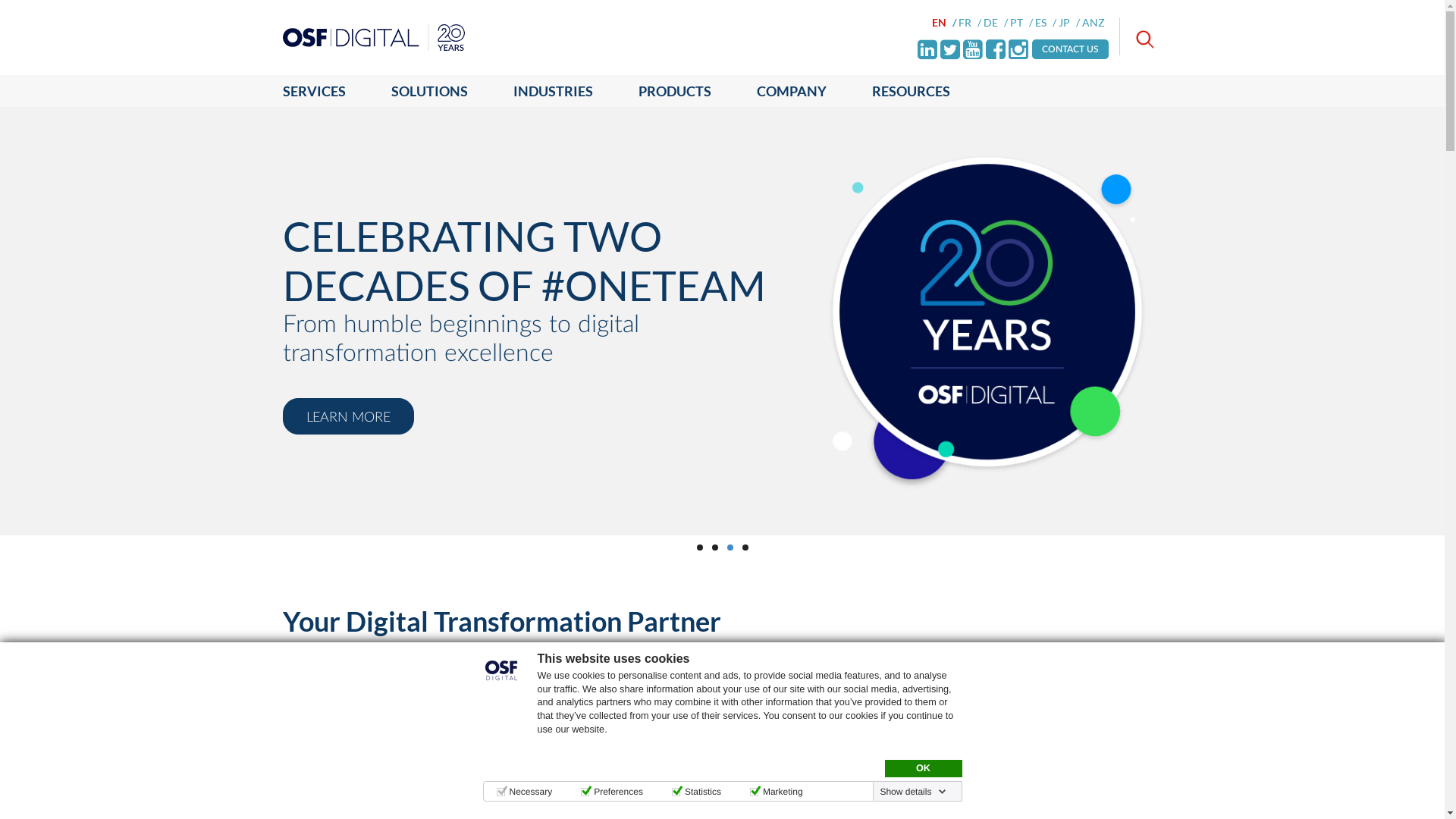  I want to click on 'LEARN MORE', so click(347, 430).